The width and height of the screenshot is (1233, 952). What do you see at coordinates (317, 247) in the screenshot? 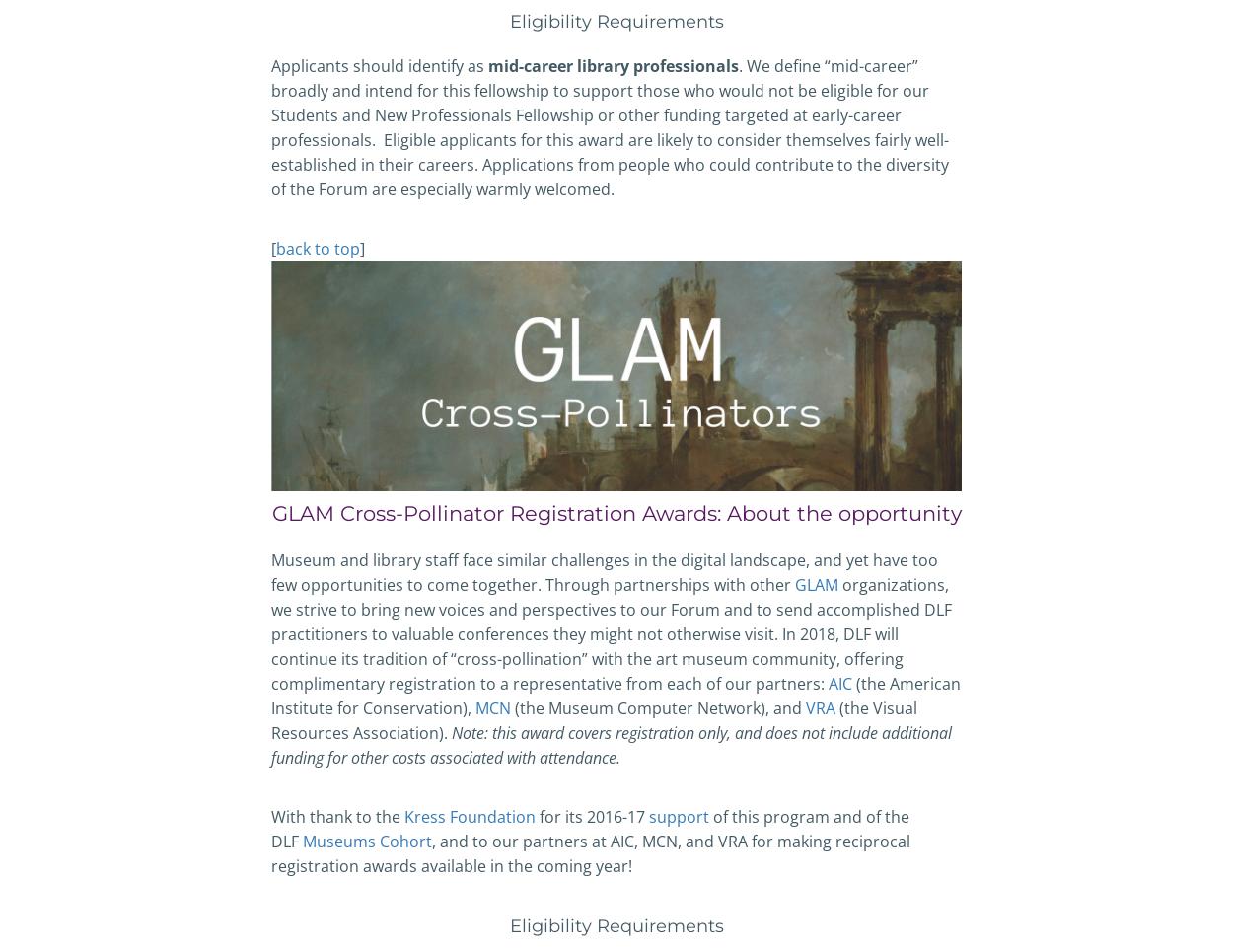
I see `'back to top'` at bounding box center [317, 247].